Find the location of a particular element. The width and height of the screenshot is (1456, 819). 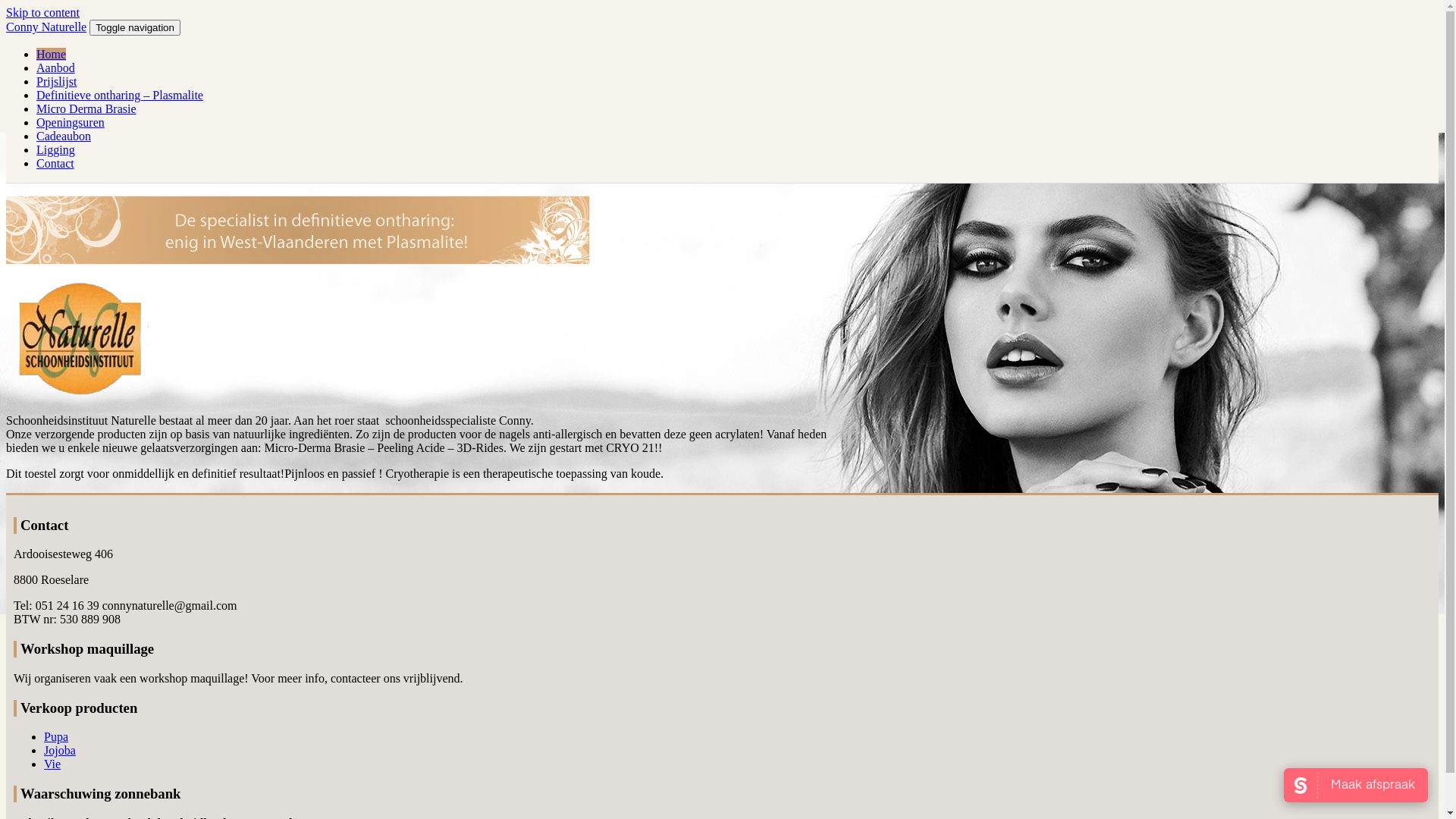

'Openingsuren' is located at coordinates (36, 121).